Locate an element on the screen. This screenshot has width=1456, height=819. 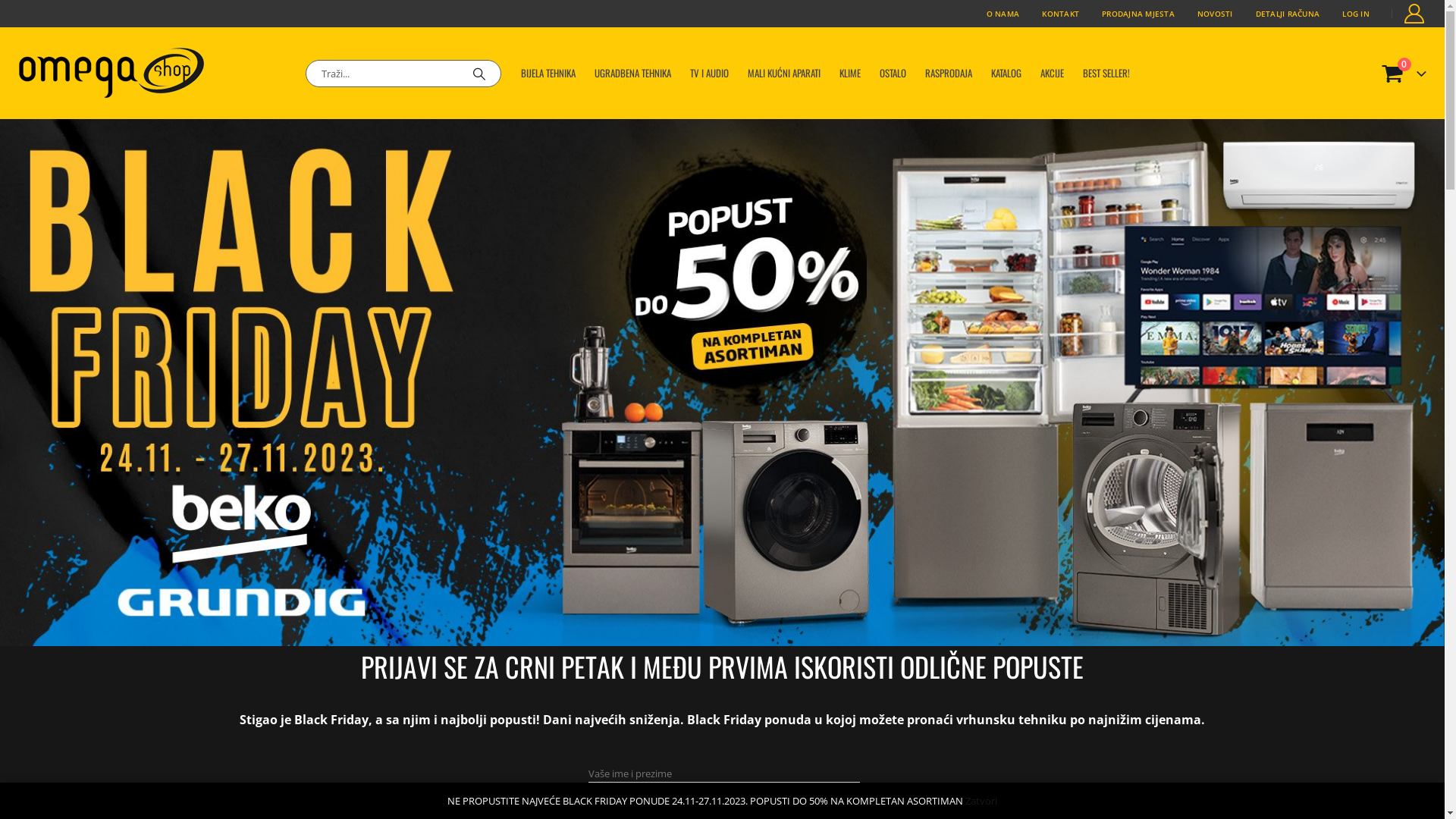
'AKCIJE' is located at coordinates (1031, 73).